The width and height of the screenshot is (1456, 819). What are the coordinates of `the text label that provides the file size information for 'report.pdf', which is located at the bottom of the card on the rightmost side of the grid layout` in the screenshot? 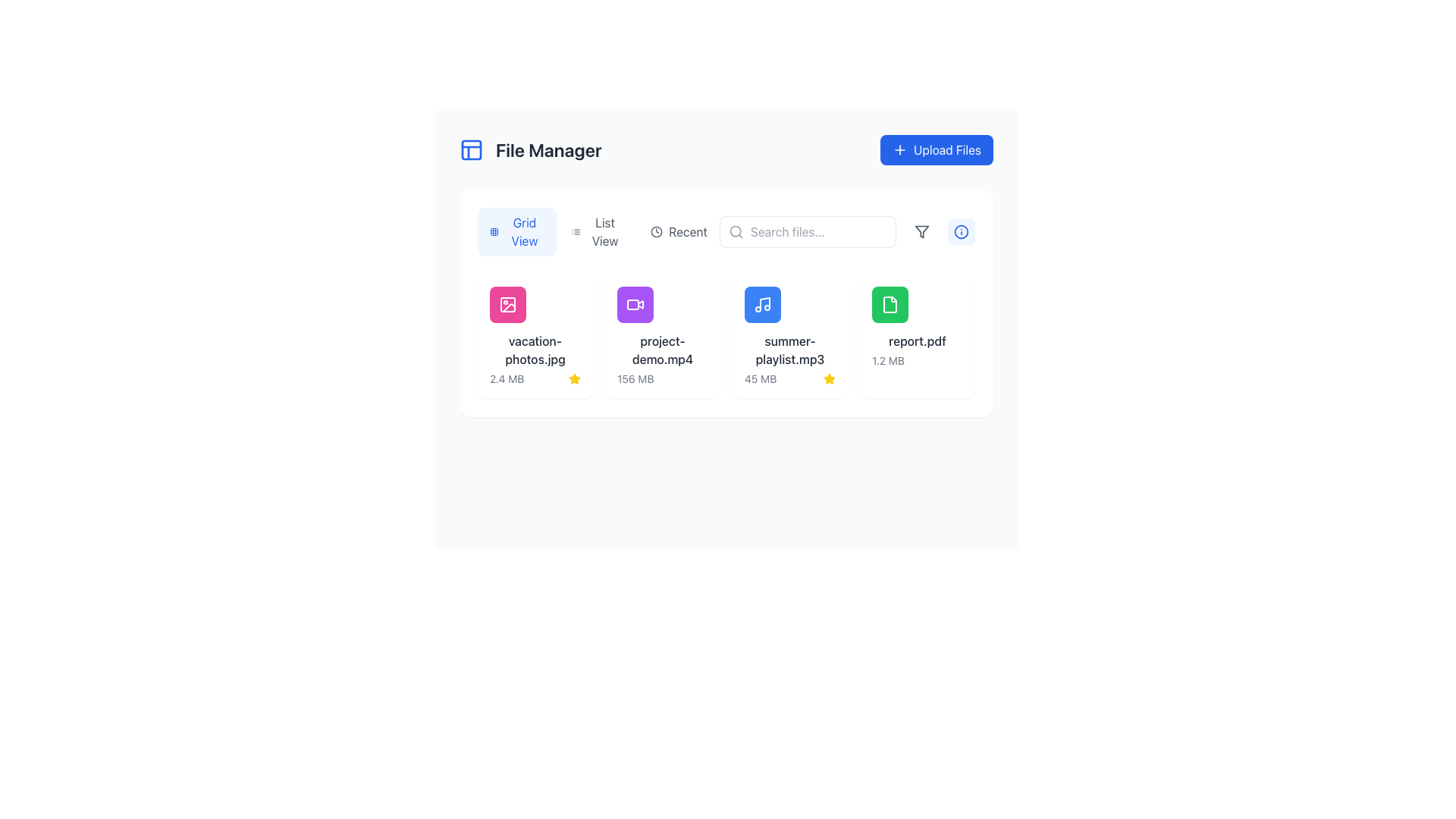 It's located at (888, 360).